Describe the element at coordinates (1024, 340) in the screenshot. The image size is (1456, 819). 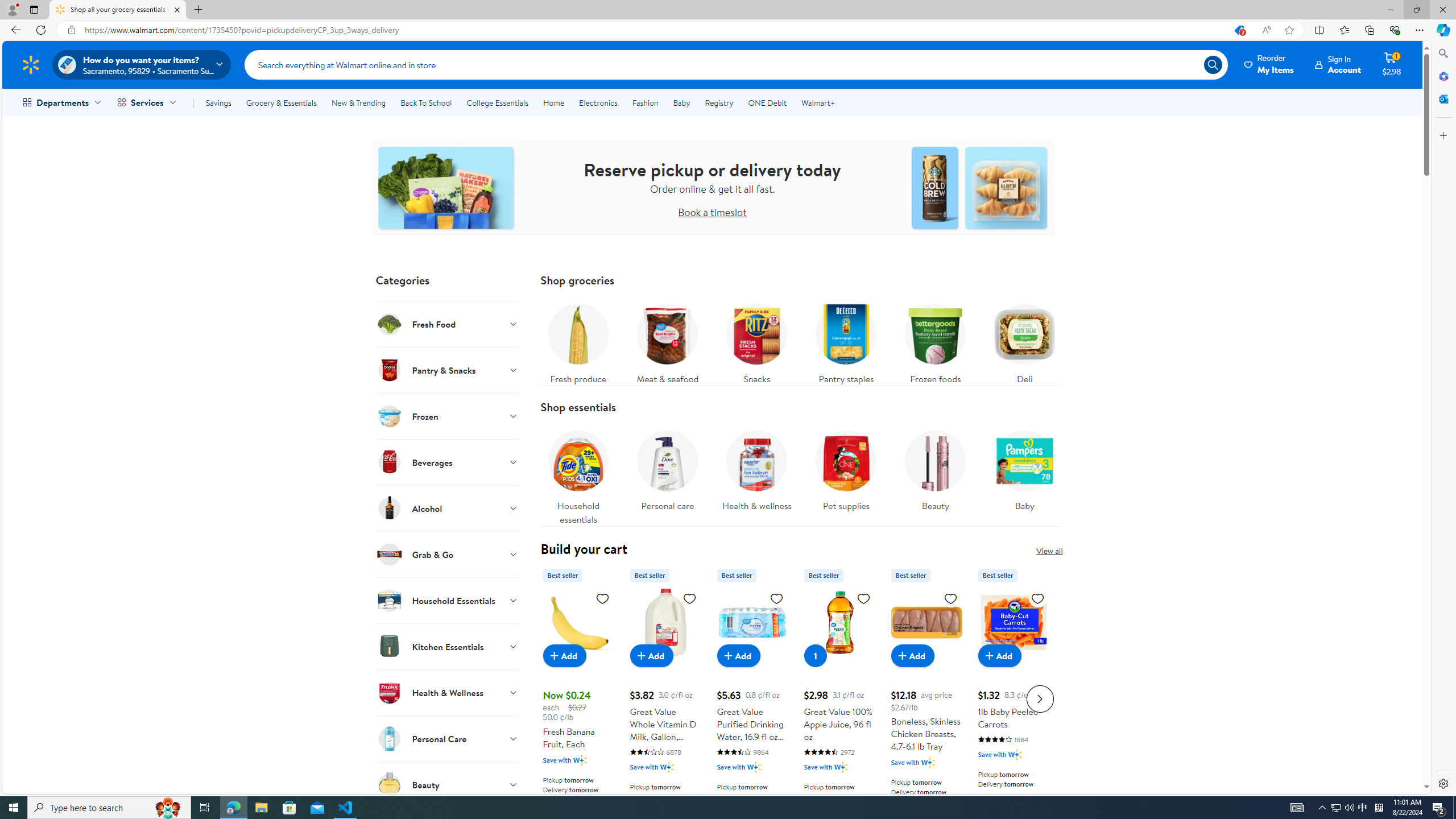
I see `'Deli'` at that location.